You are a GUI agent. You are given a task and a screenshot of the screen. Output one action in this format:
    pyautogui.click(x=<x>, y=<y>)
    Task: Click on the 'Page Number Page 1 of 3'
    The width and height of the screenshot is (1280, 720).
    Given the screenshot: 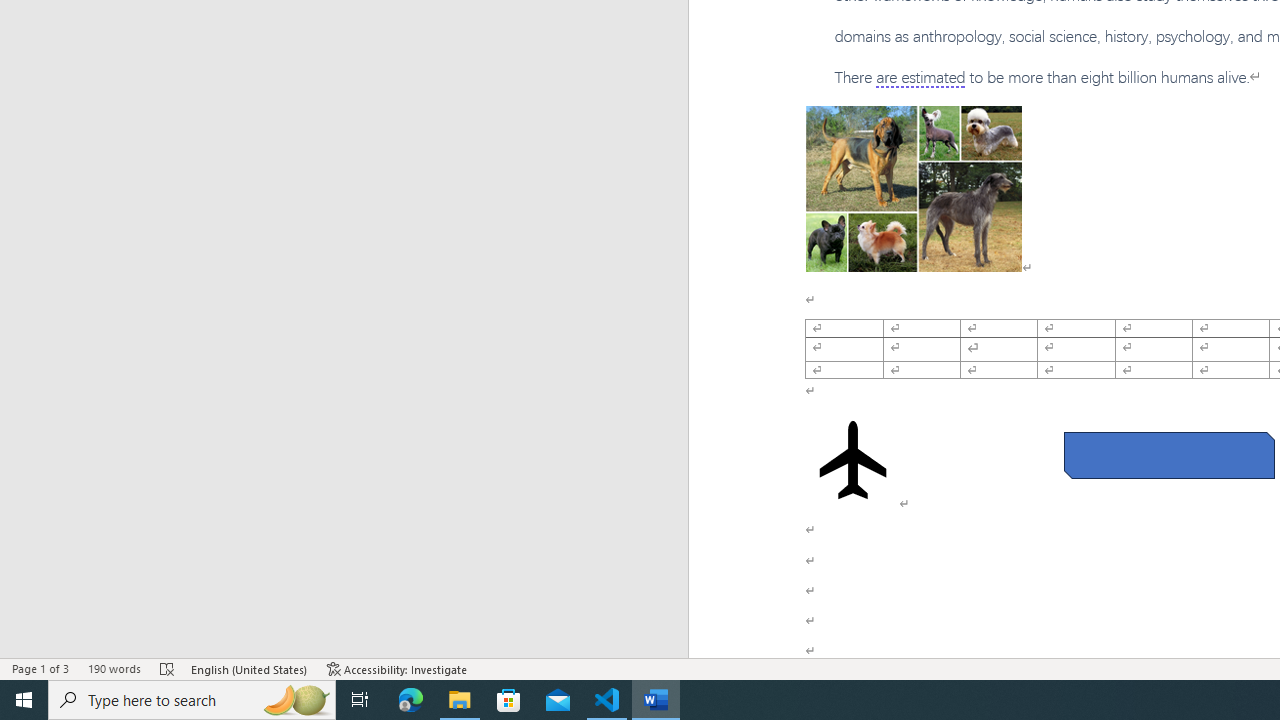 What is the action you would take?
    pyautogui.click(x=40, y=669)
    